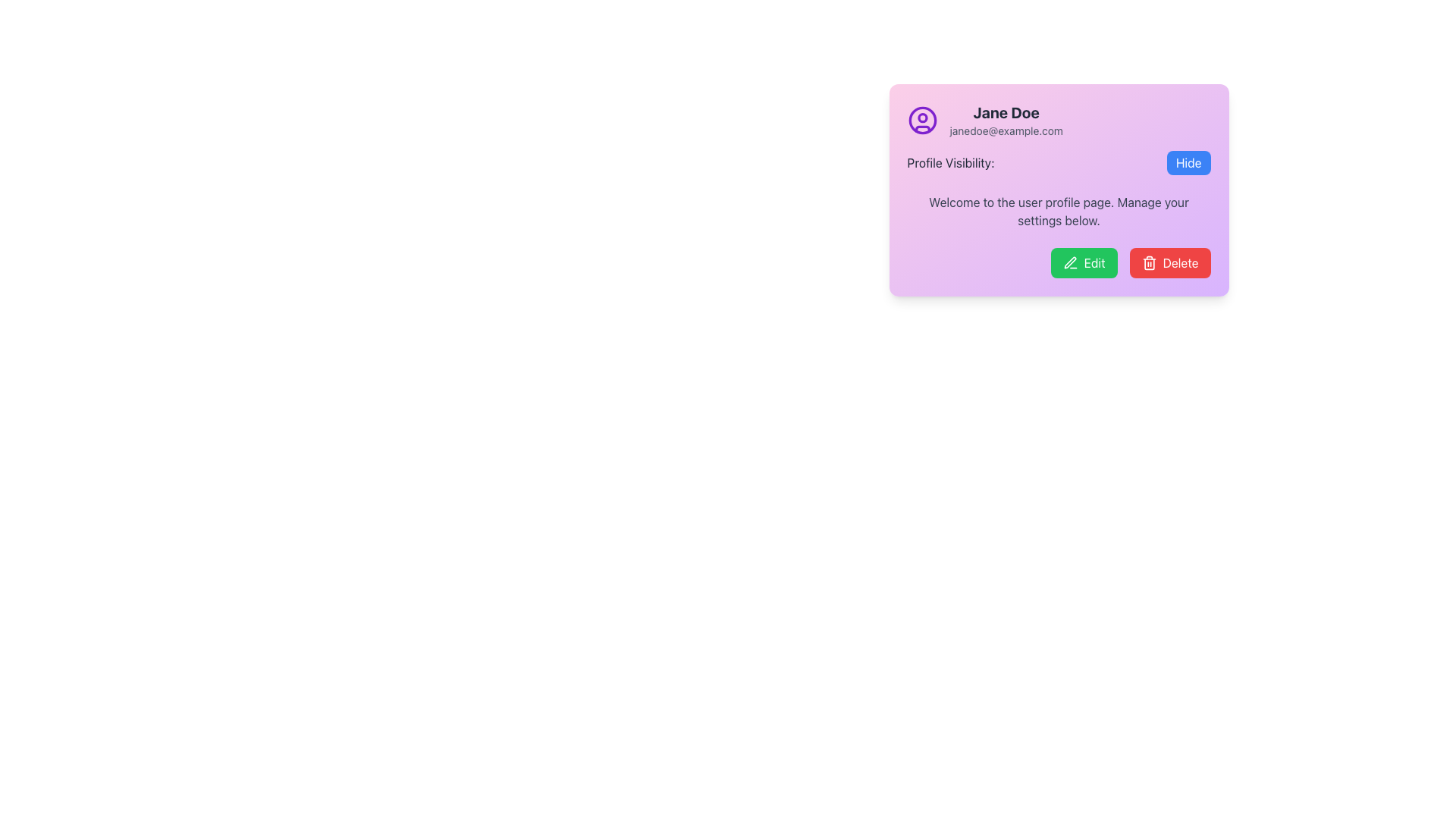 The height and width of the screenshot is (819, 1456). Describe the element at coordinates (949, 163) in the screenshot. I see `the text label 'Profile Visibility:' styled in gray font, which is located to the left of the 'Hide' button in the user profile interface` at that location.